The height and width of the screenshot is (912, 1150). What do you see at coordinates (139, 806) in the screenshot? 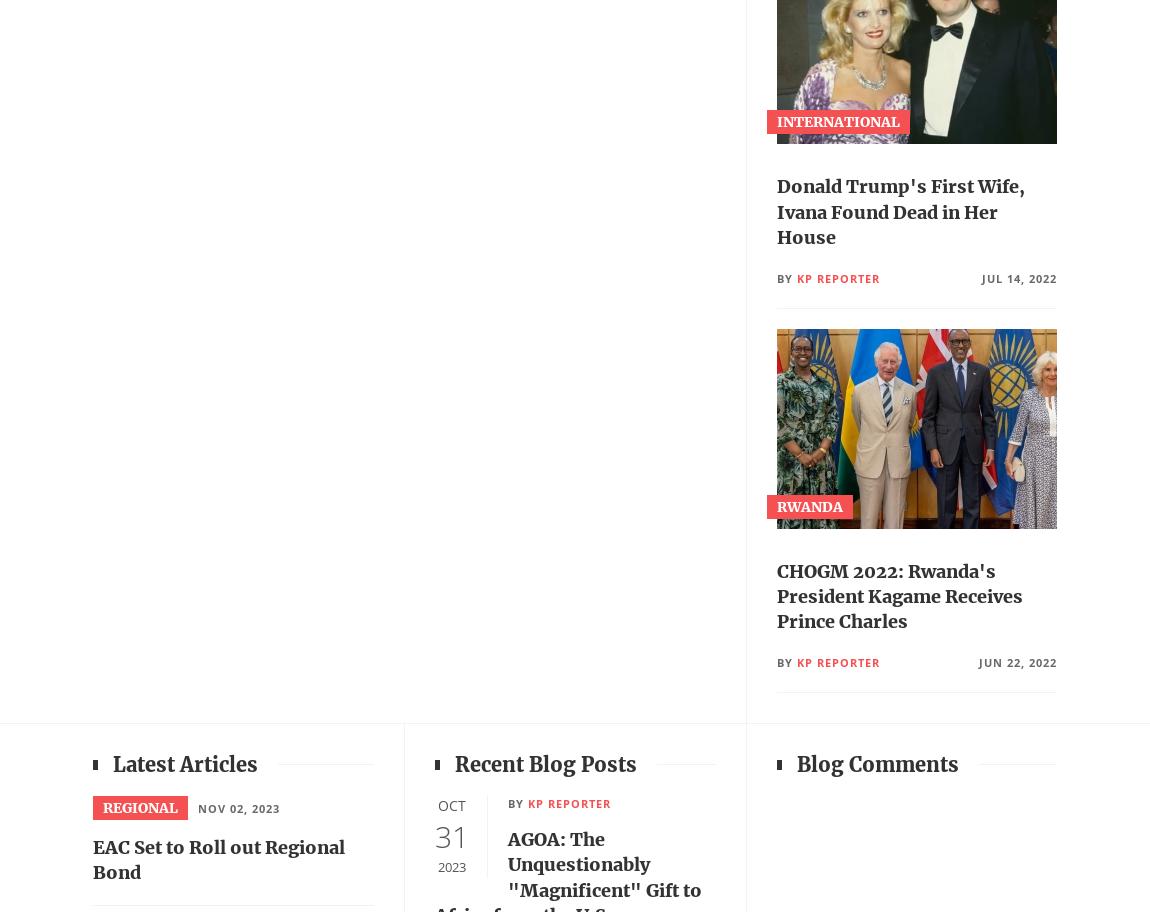
I see `'Regional'` at bounding box center [139, 806].